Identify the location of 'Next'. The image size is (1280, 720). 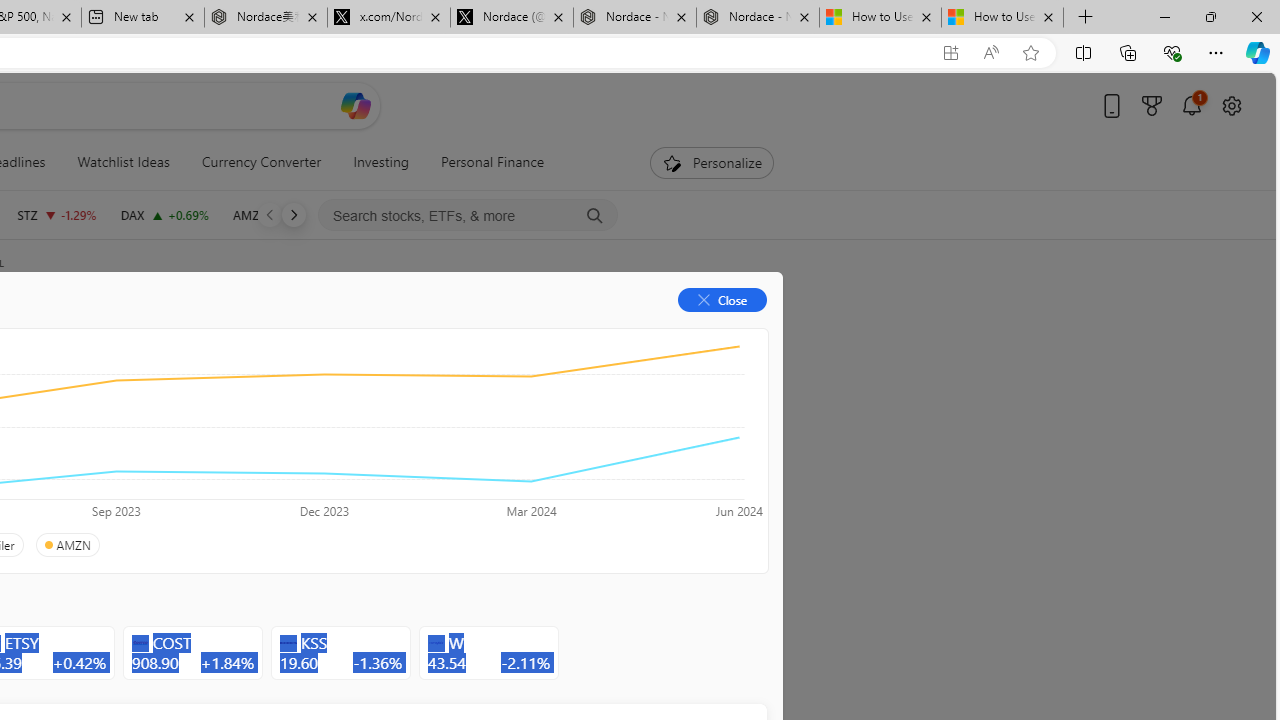
(292, 214).